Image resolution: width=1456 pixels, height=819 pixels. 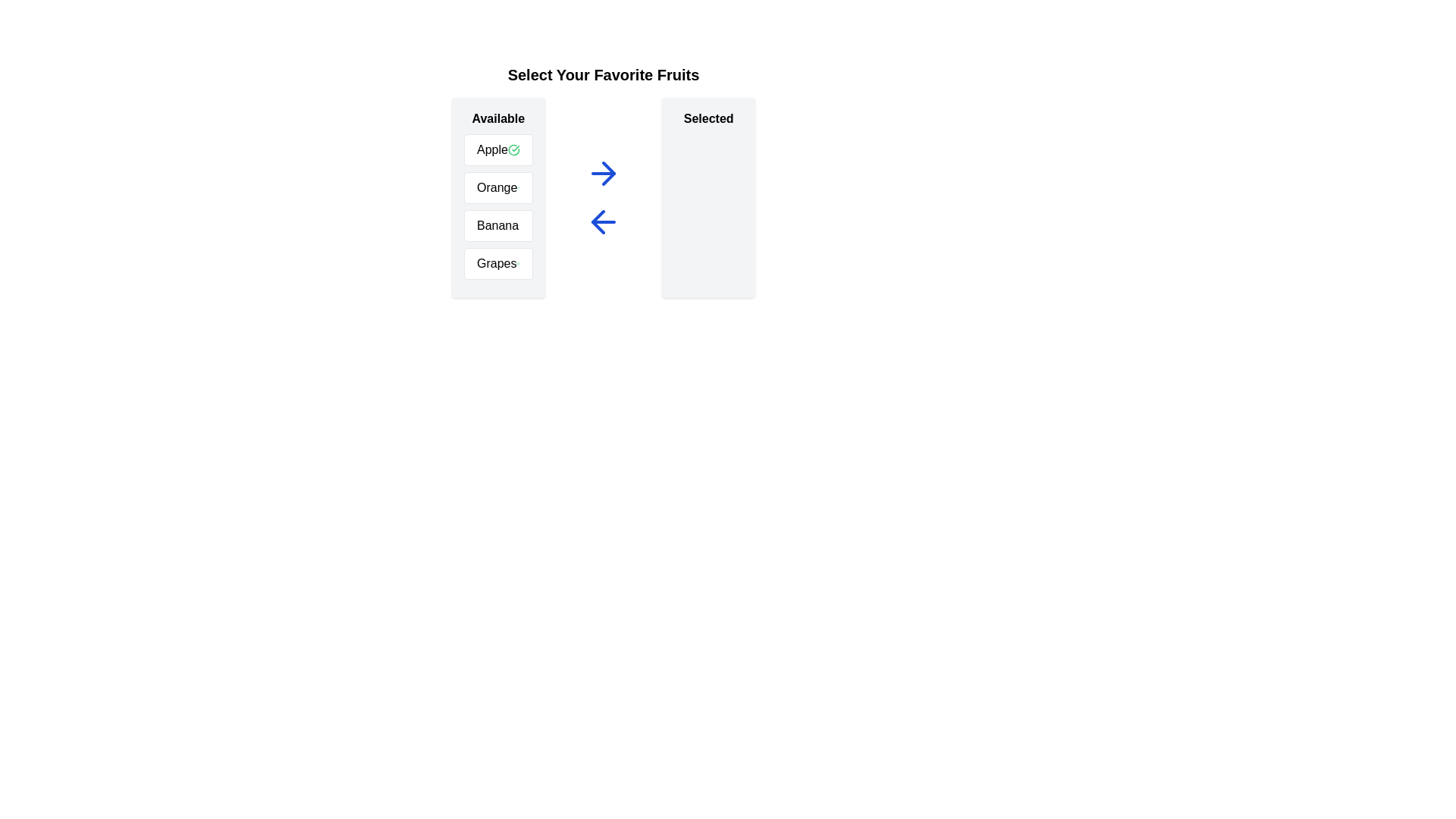 What do you see at coordinates (498, 149) in the screenshot?
I see `the text of the selected item Apple` at bounding box center [498, 149].